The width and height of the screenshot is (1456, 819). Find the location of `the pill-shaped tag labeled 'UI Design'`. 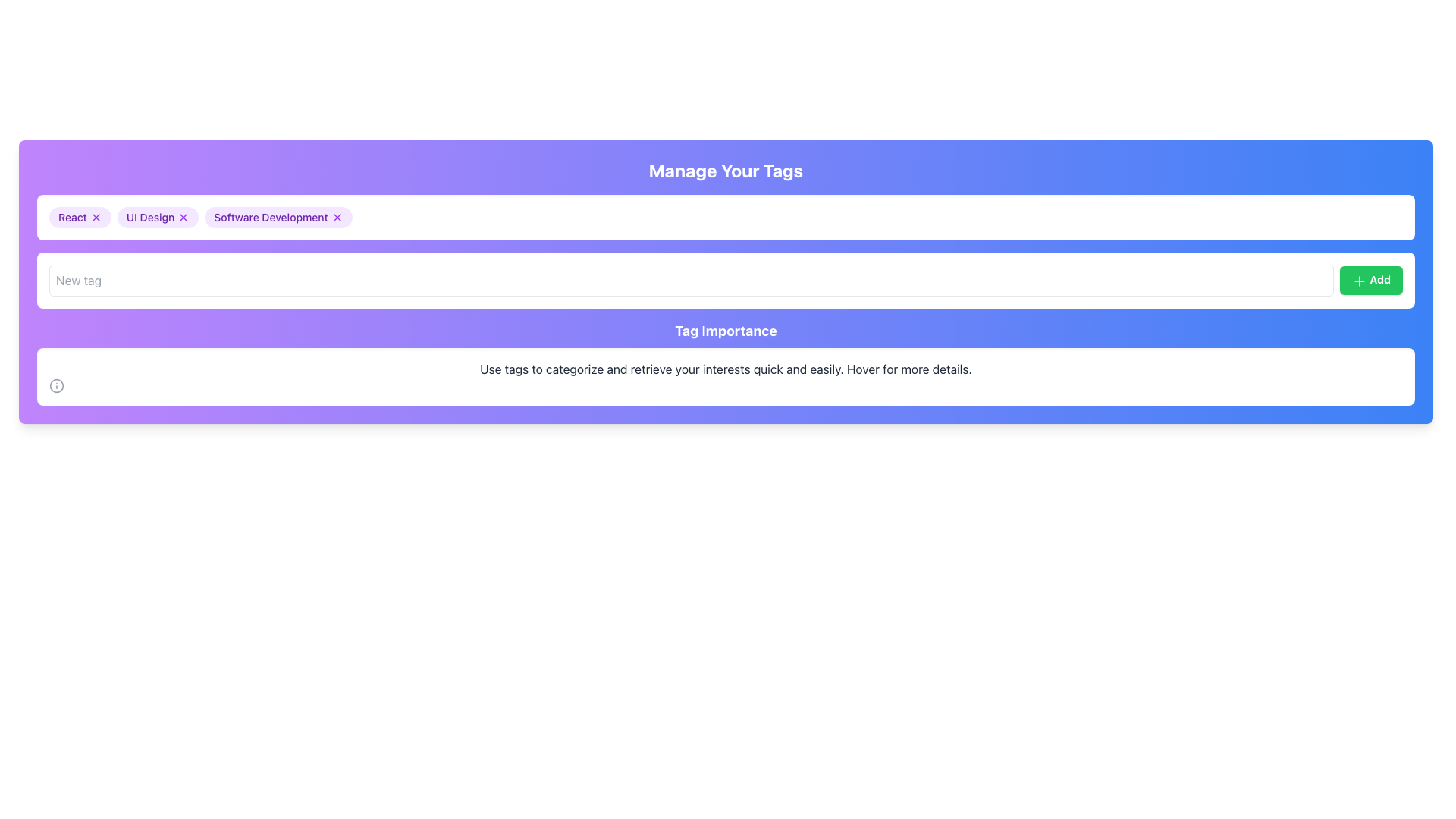

the pill-shaped tag labeled 'UI Design' is located at coordinates (158, 217).